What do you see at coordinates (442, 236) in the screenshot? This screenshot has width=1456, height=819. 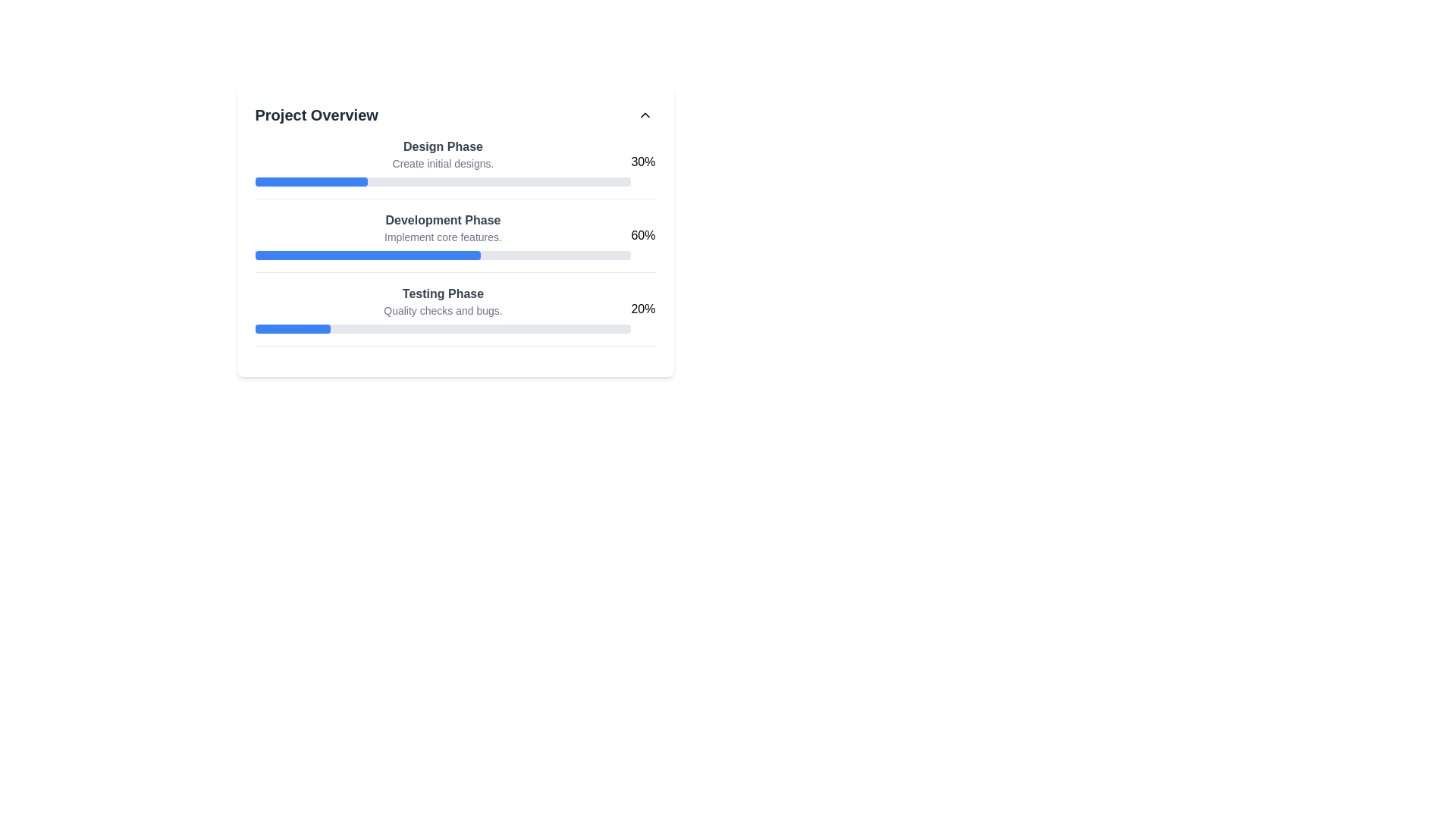 I see `the 'Development Phase' text label in the progress bar section` at bounding box center [442, 236].